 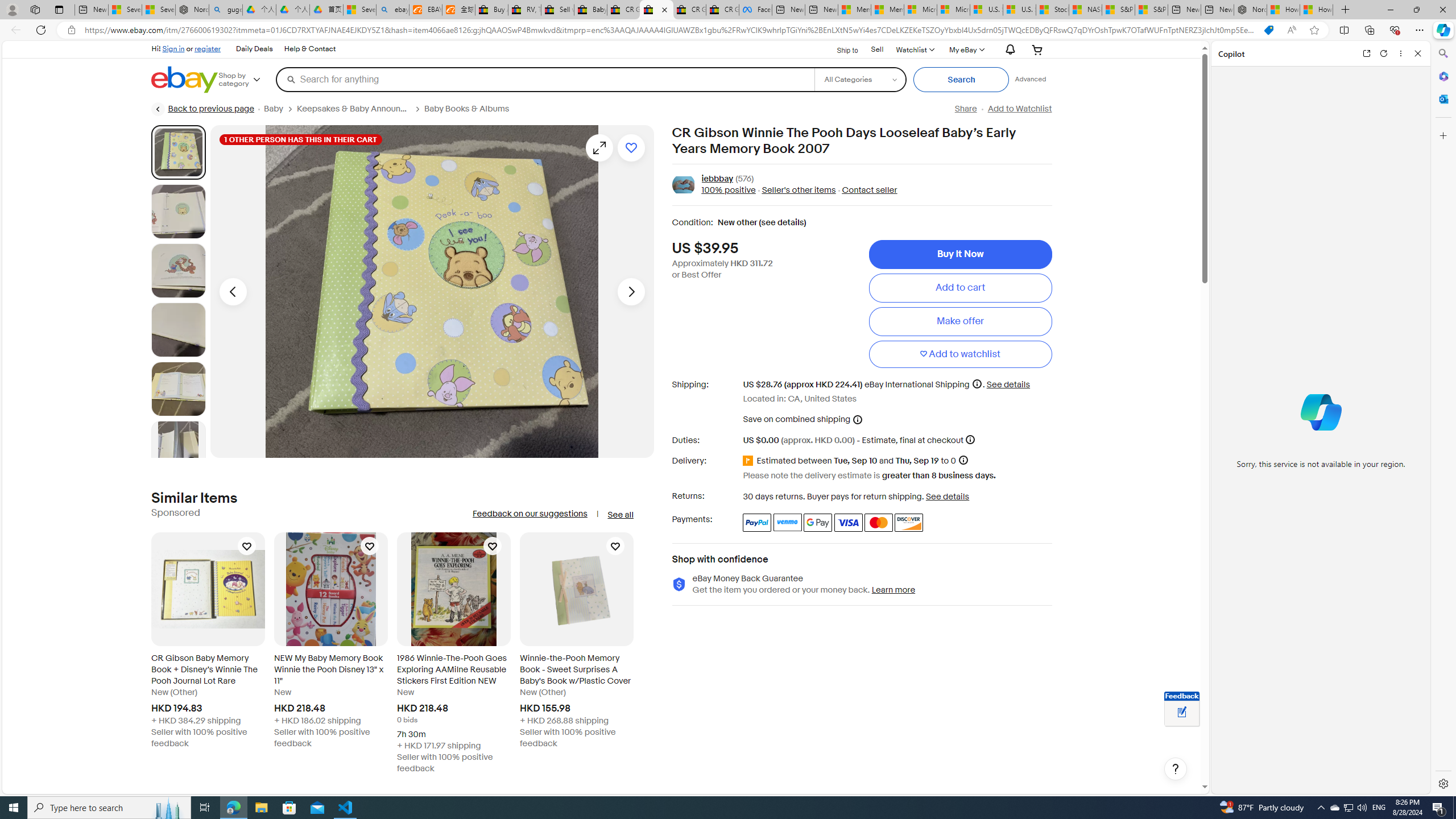 I want to click on 'Share', so click(x=965, y=109).